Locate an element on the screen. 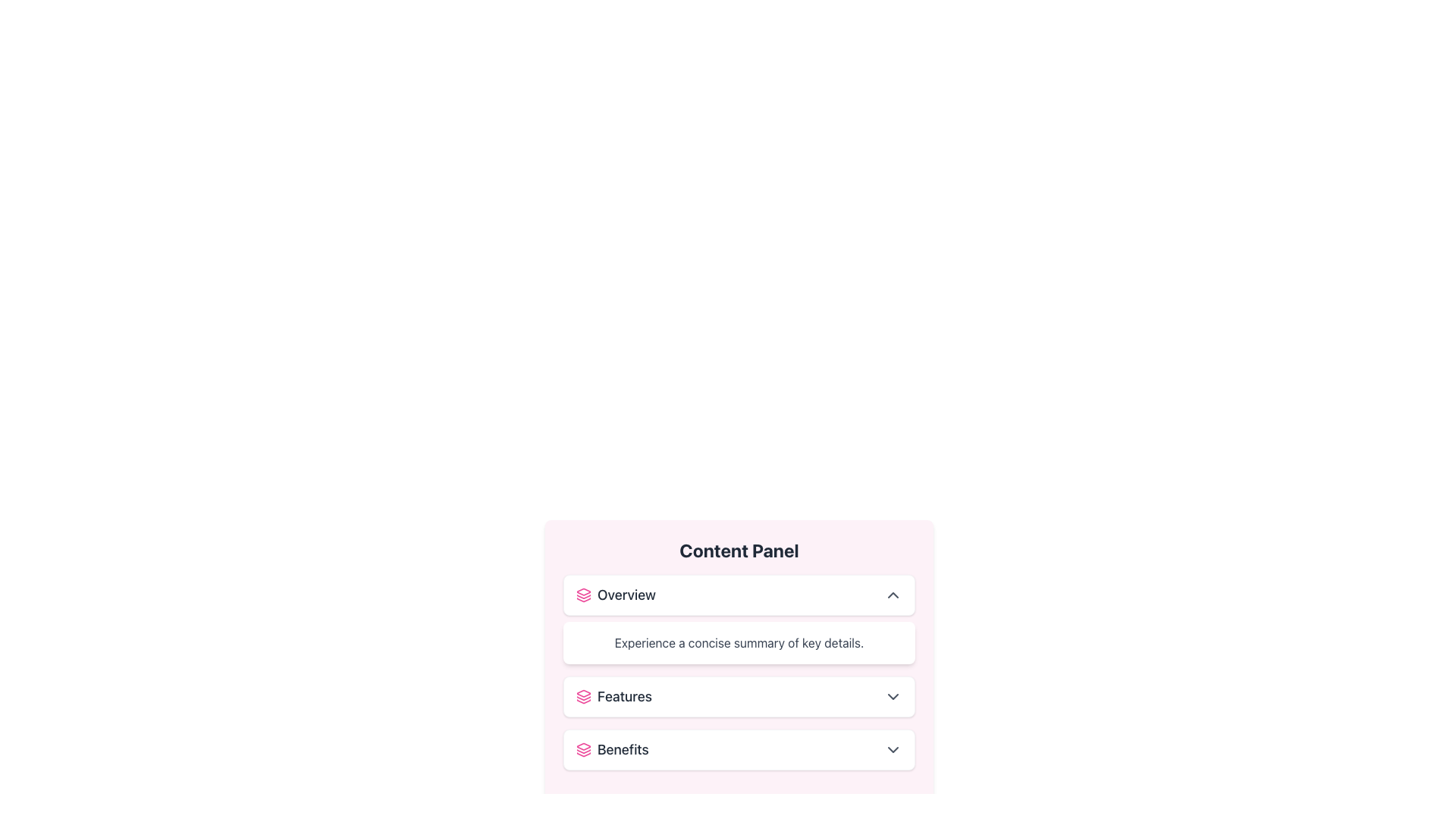  third layer of the pink and dark shaded icon located next to the 'Benefits' label in the content panel is located at coordinates (582, 755).